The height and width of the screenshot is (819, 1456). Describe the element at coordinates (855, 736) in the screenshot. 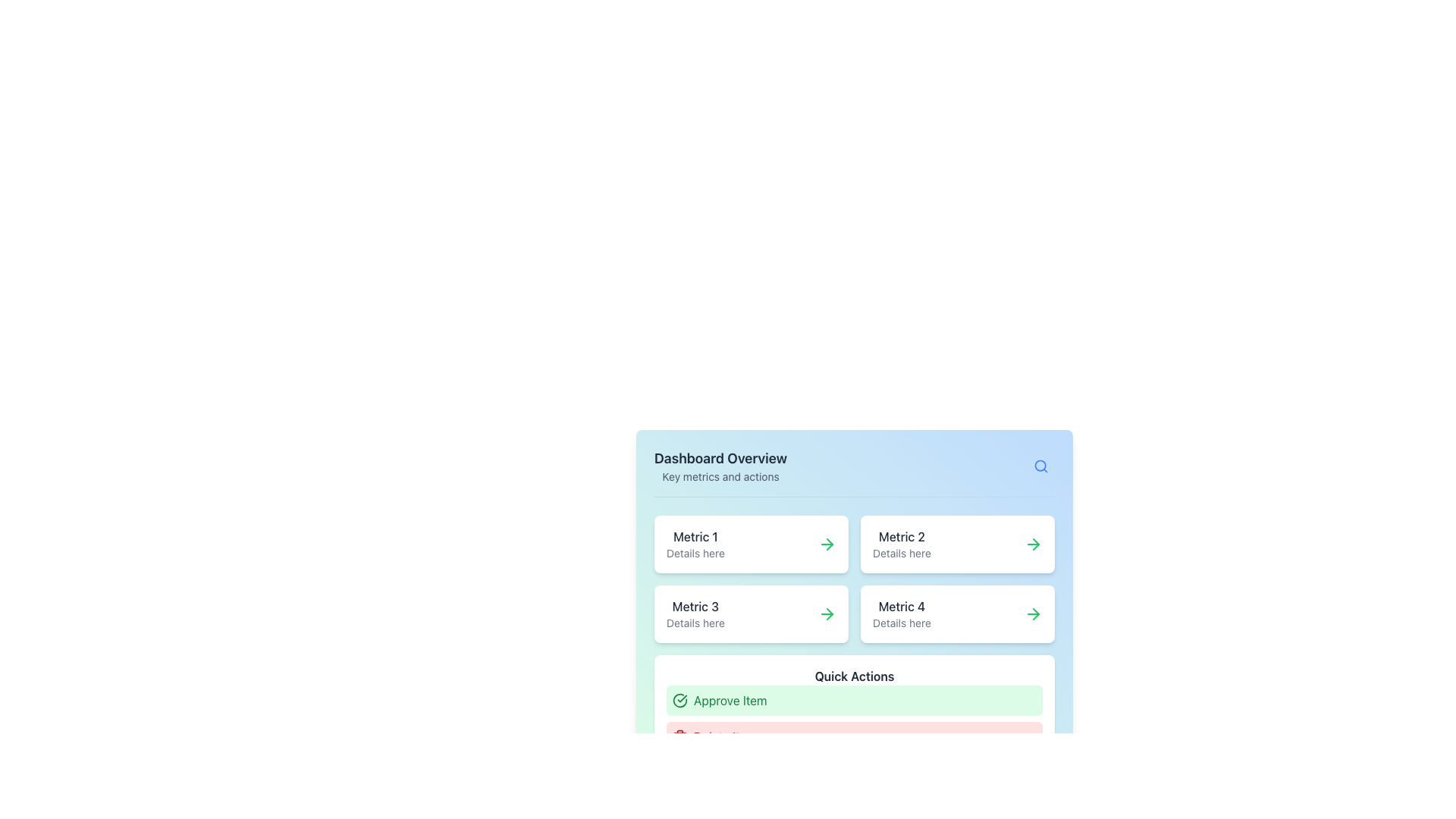

I see `the 'Delete Item' button, which is a rectangular component with a soft red background and red text, located below the 'Approve Item' button in the 'Quick Actions' section` at that location.